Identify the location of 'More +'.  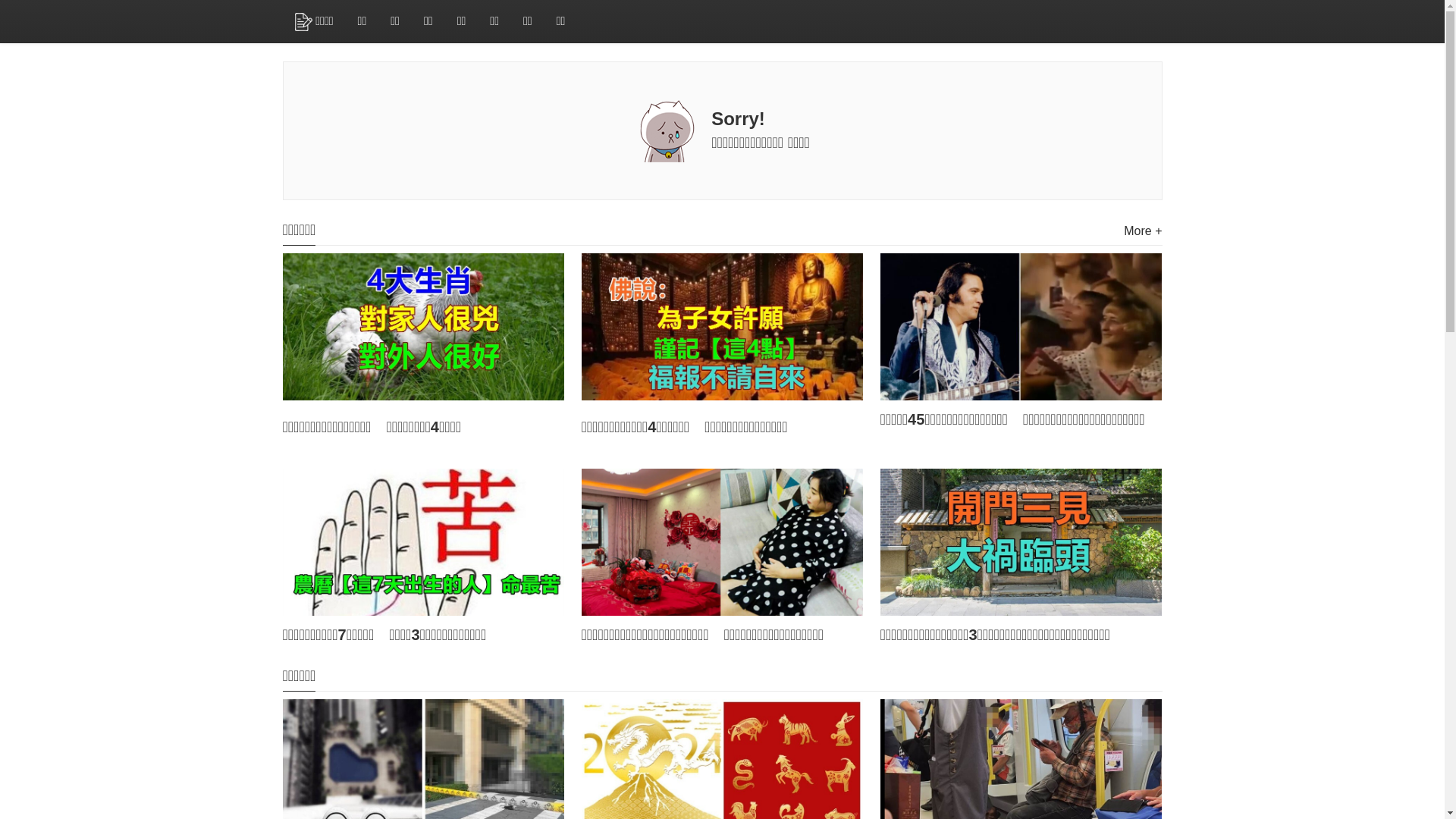
(1124, 231).